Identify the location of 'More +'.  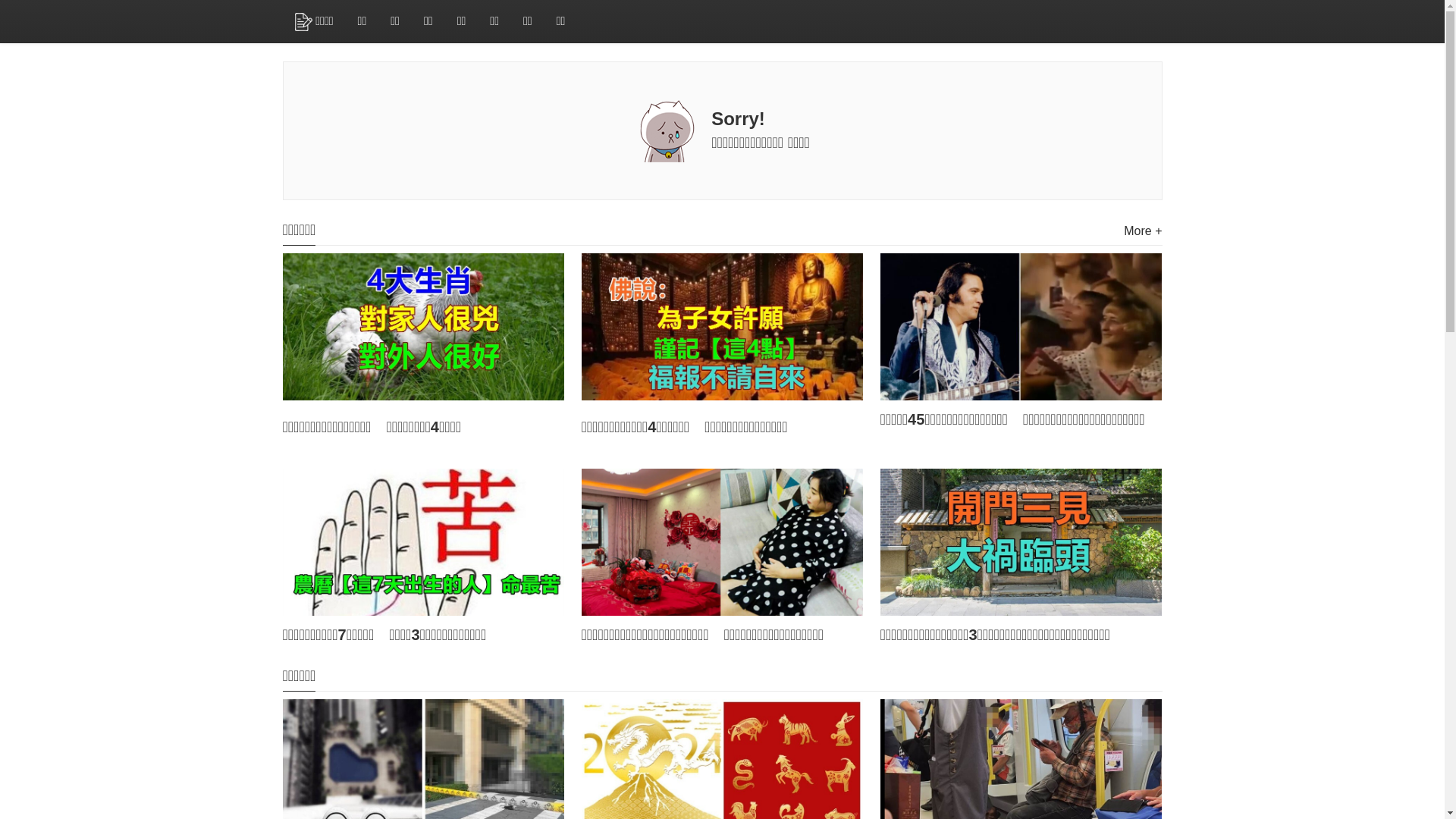
(1124, 231).